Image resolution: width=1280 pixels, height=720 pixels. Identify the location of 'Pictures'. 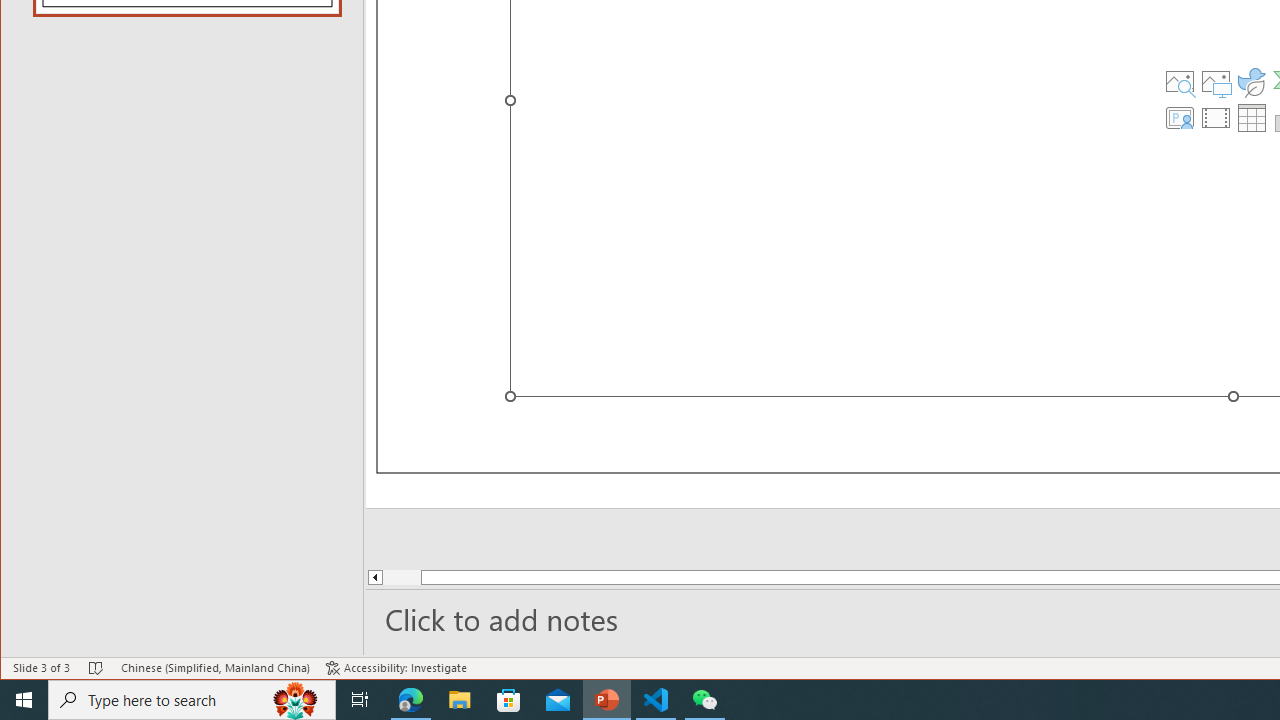
(1215, 81).